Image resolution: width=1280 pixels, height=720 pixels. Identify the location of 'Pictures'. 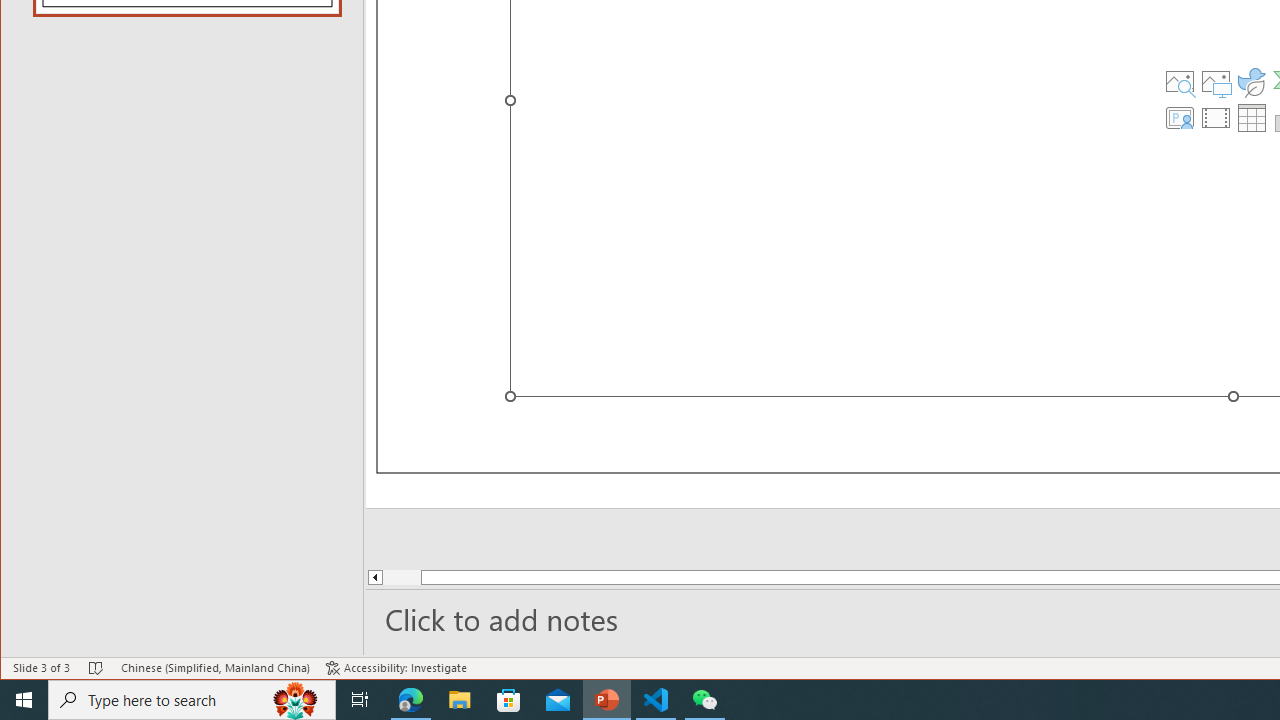
(1215, 81).